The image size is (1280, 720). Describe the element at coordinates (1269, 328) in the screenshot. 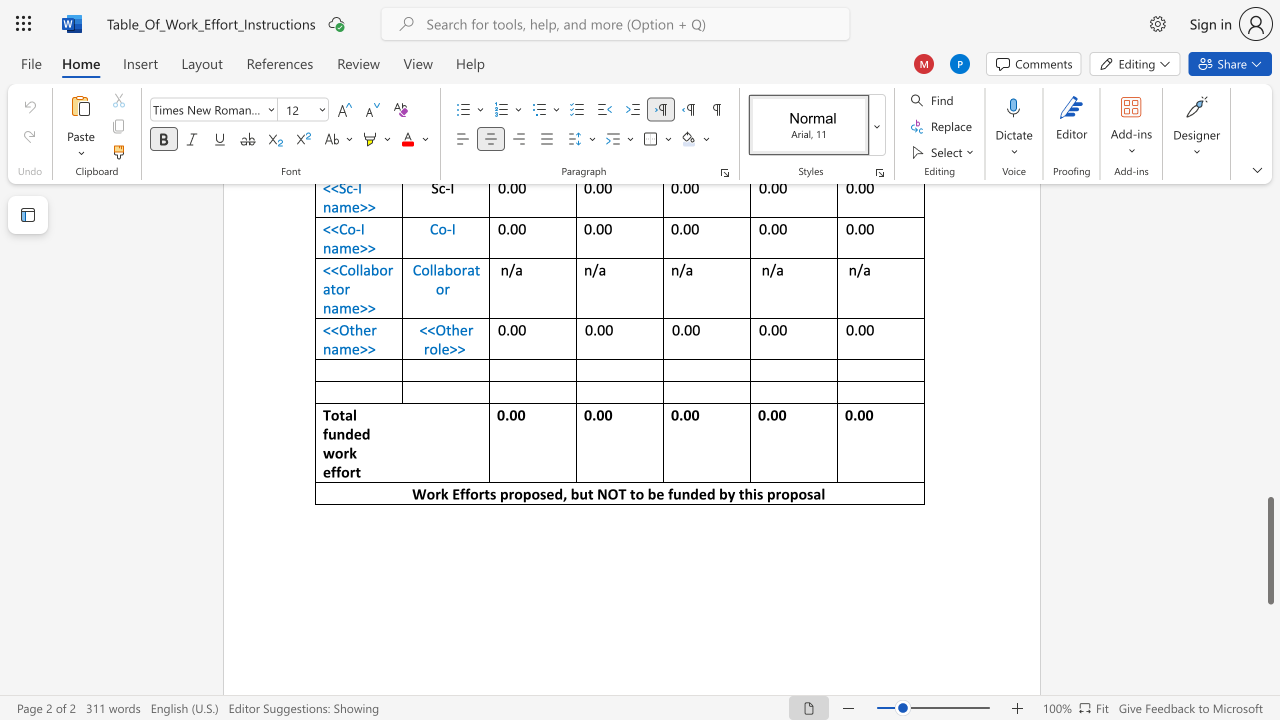

I see `the scrollbar to move the page upward` at that location.